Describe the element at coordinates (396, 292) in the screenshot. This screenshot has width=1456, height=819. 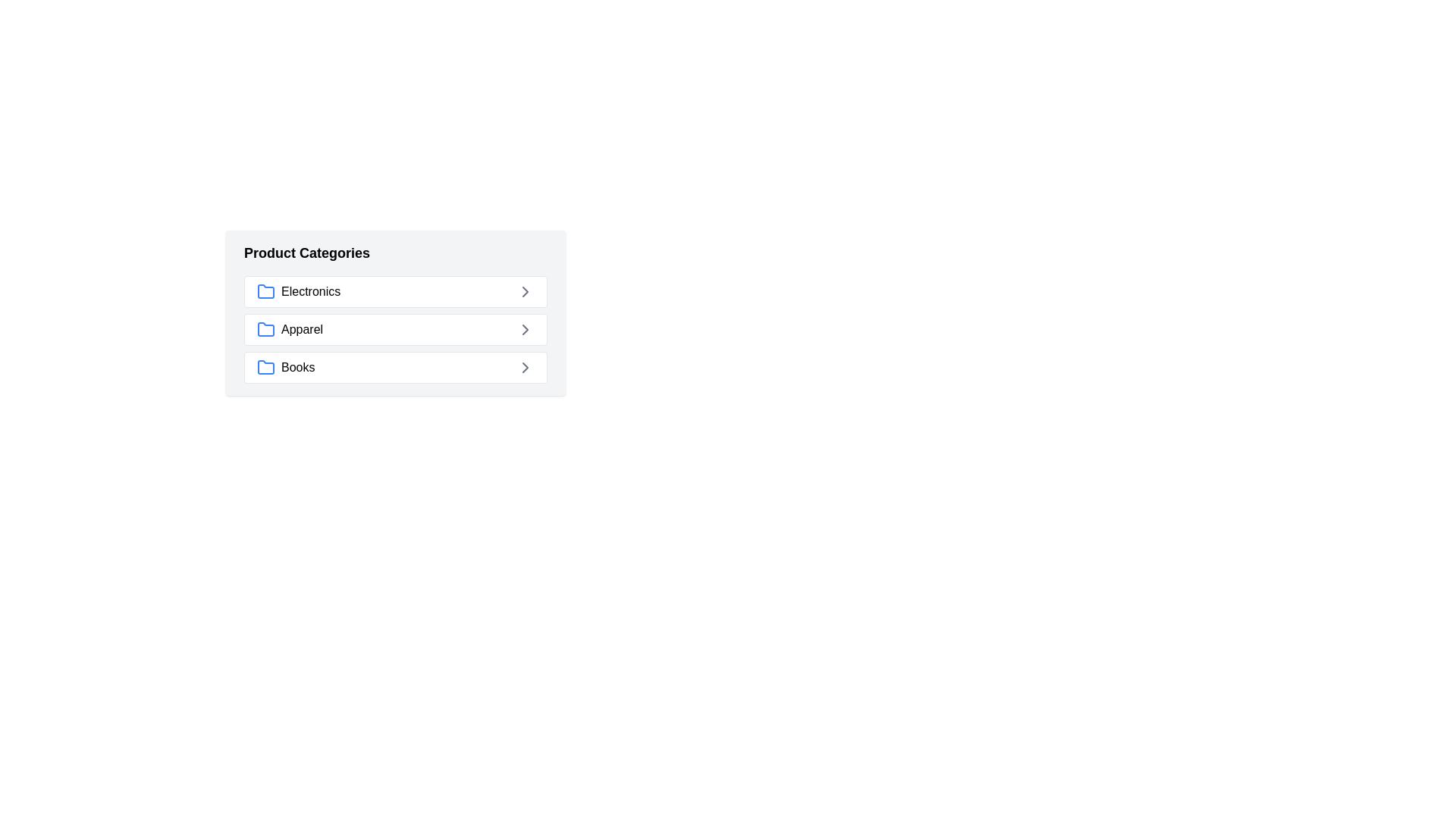
I see `the 'Electronics' category option in the list of product categories` at that location.